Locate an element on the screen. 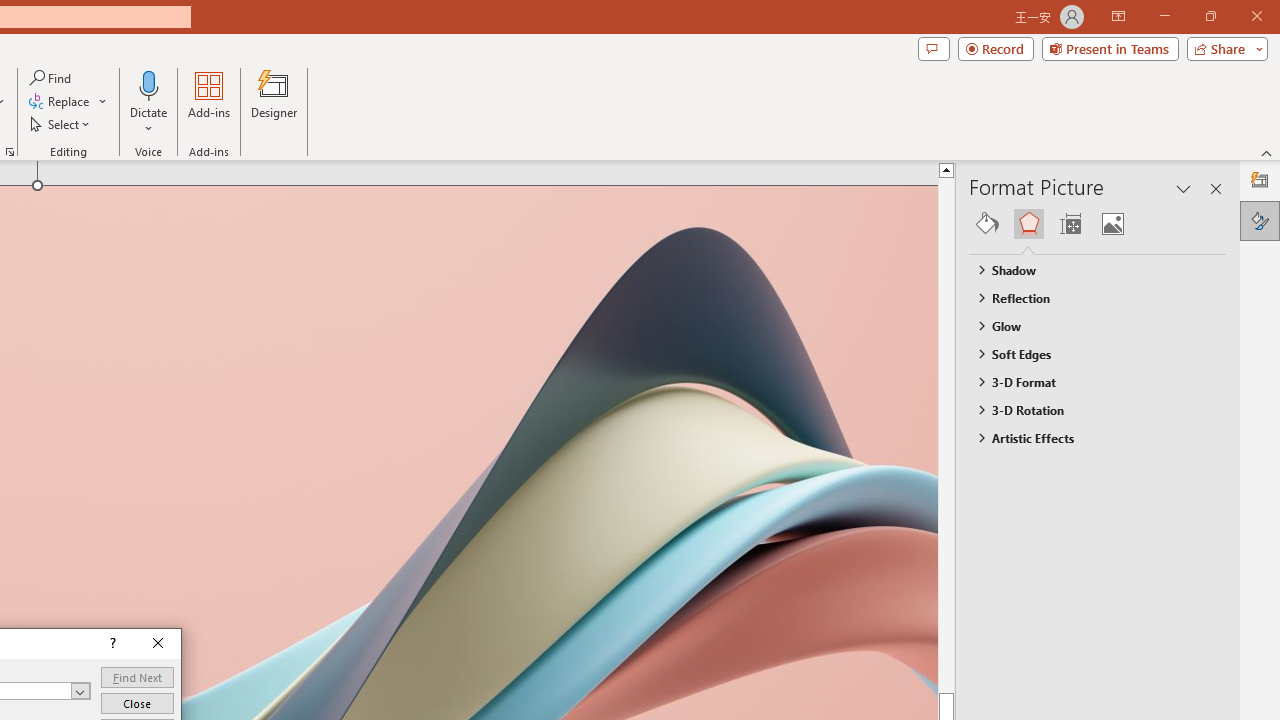 The image size is (1280, 720). 'Picture' is located at coordinates (1111, 223).